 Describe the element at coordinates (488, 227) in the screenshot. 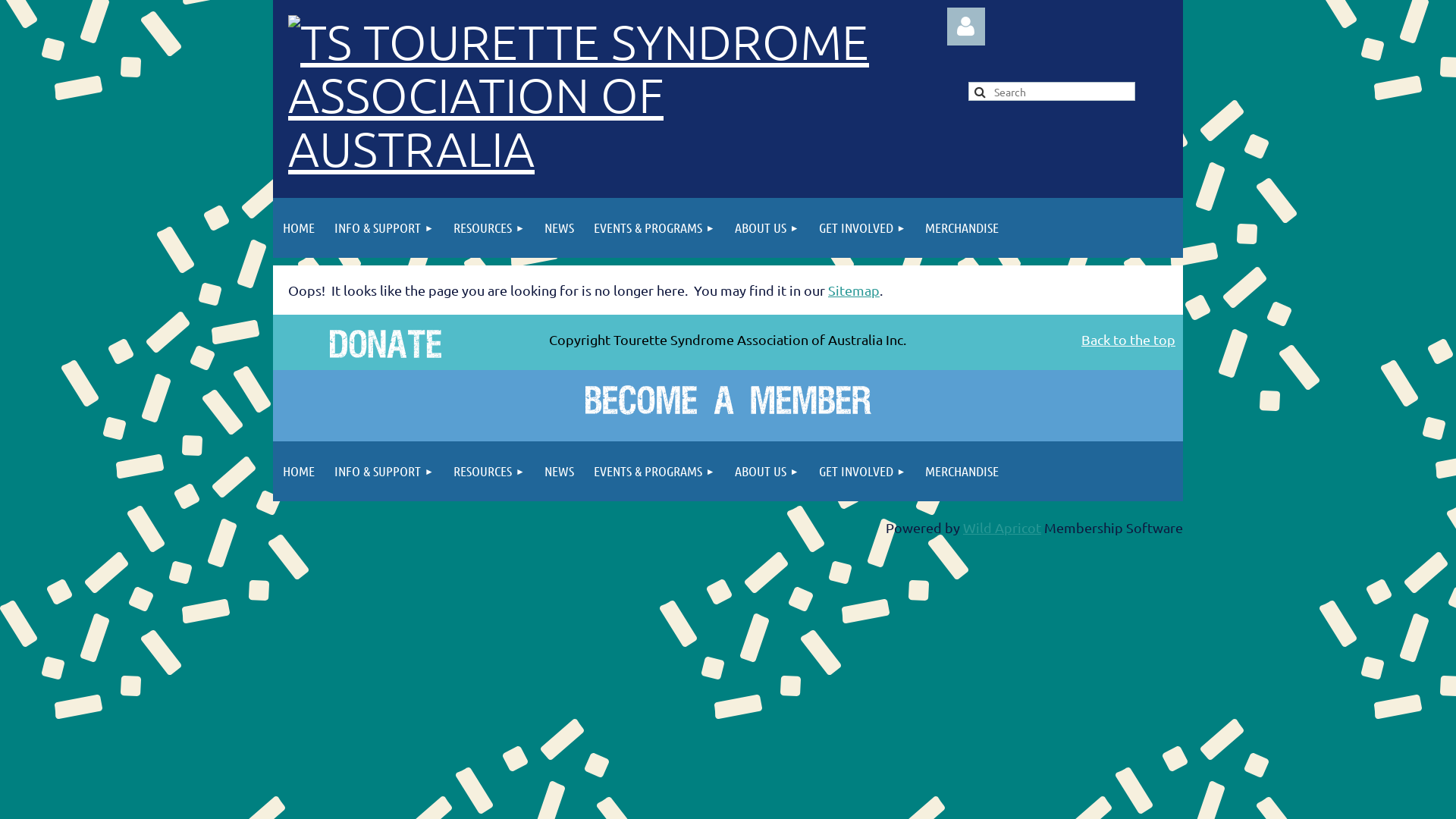

I see `'RESOURCES'` at that location.